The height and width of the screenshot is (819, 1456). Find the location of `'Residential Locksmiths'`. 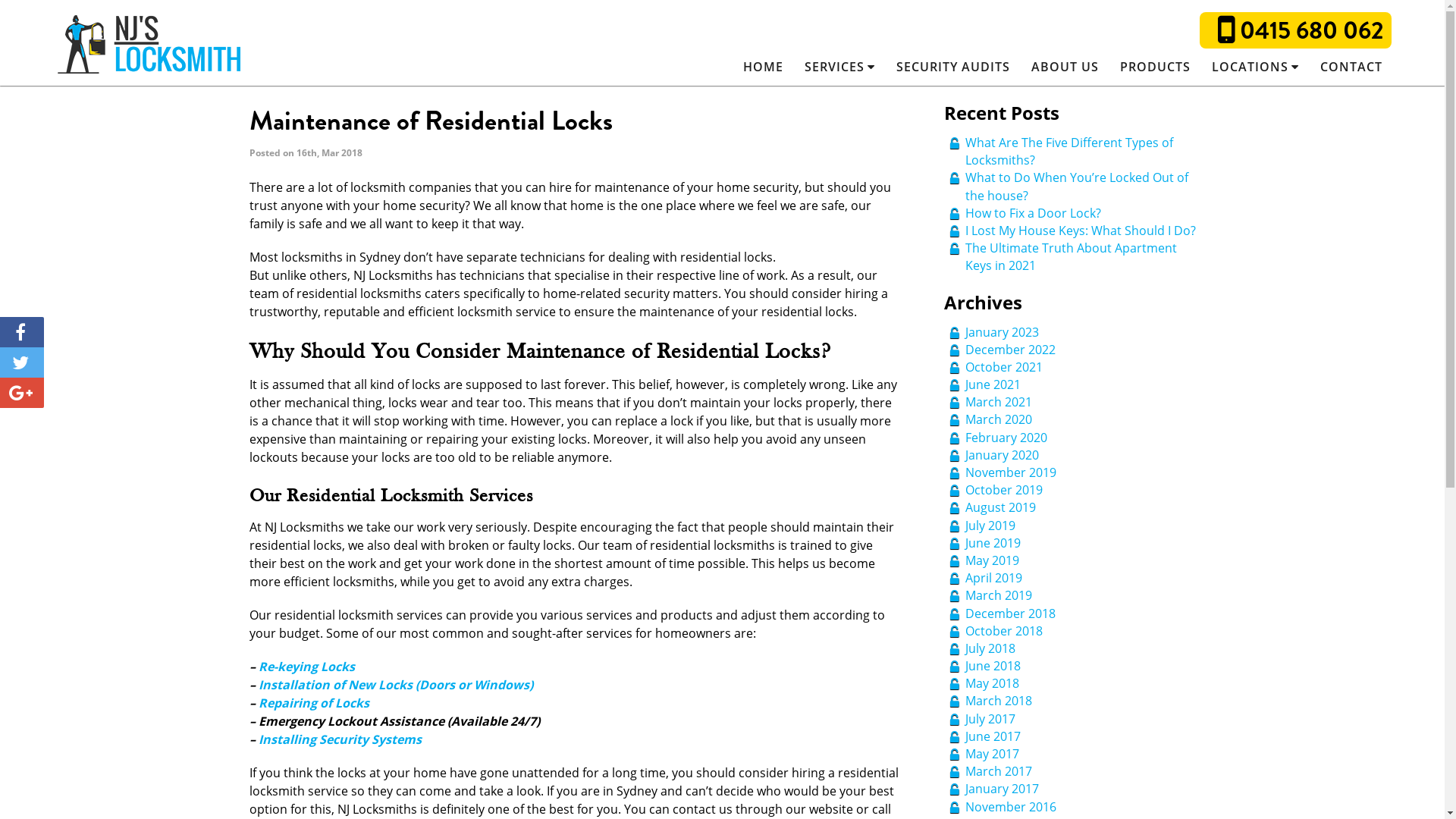

'Residential Locksmiths' is located at coordinates (888, 93).